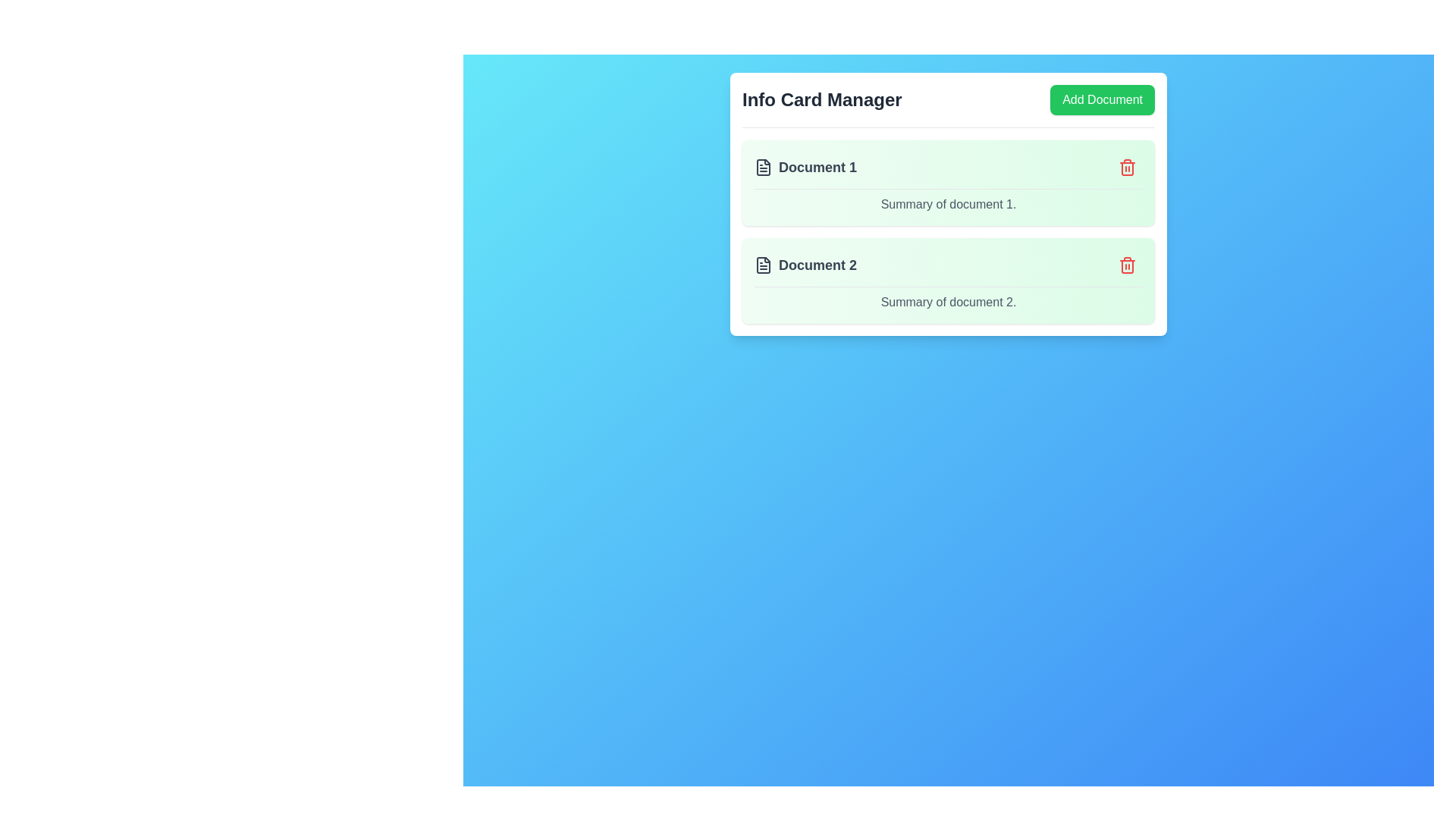 Image resolution: width=1456 pixels, height=819 pixels. I want to click on the card titled 'Document 2' in the 'Info Card Manager' using the keyboard, so click(948, 268).